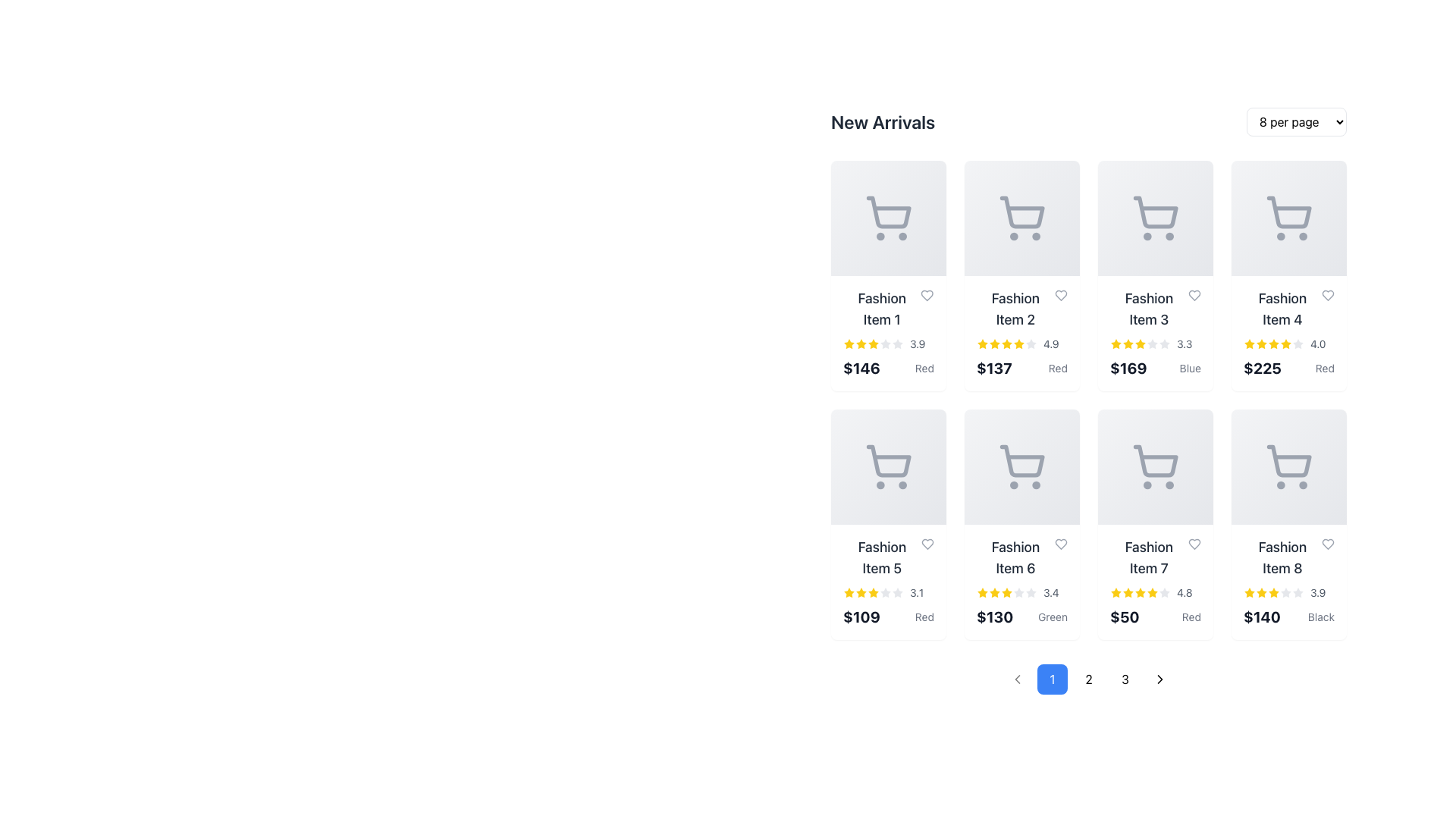 This screenshot has height=819, width=1456. Describe the element at coordinates (994, 369) in the screenshot. I see `the text segment displaying '$137' in bold, black font, which is located in the second column of the top row within the 'New Arrivals' grid layout, directly under 'Fashion Item 2.'` at that location.